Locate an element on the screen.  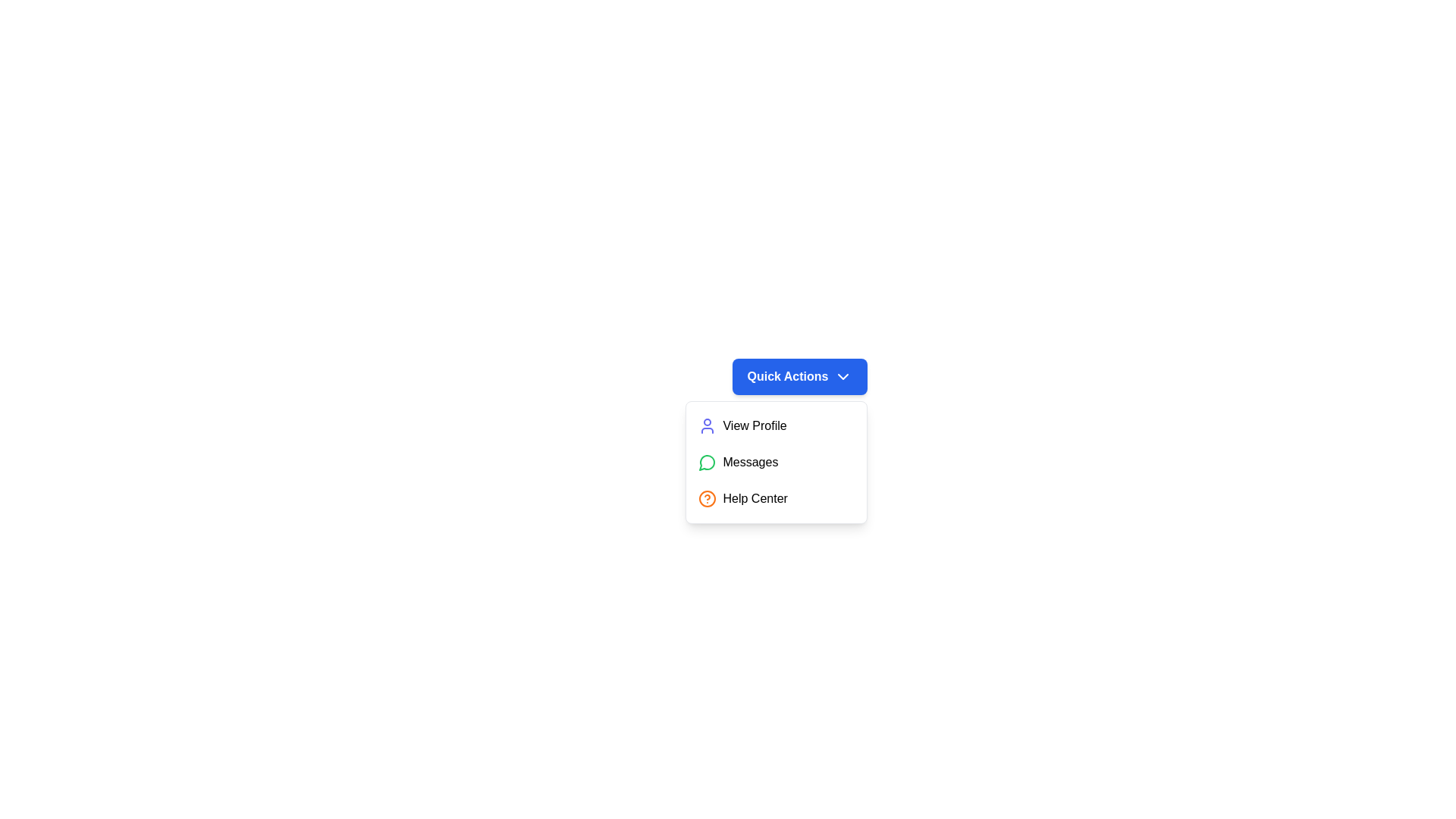
the 'Messages' option in the dropdown menu is located at coordinates (776, 461).